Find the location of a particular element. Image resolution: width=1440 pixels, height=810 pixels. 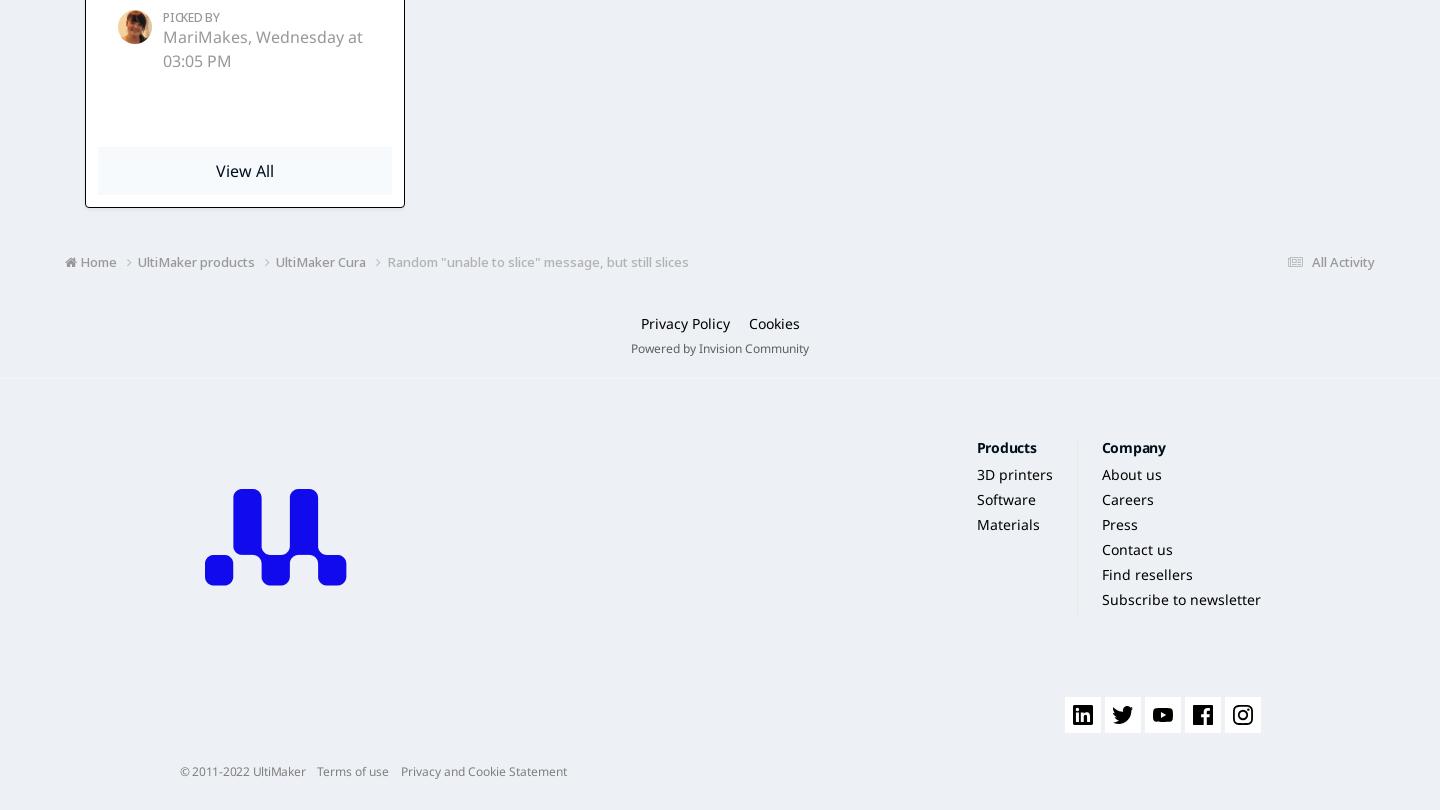

'UltiMaker Cura' is located at coordinates (275, 259).